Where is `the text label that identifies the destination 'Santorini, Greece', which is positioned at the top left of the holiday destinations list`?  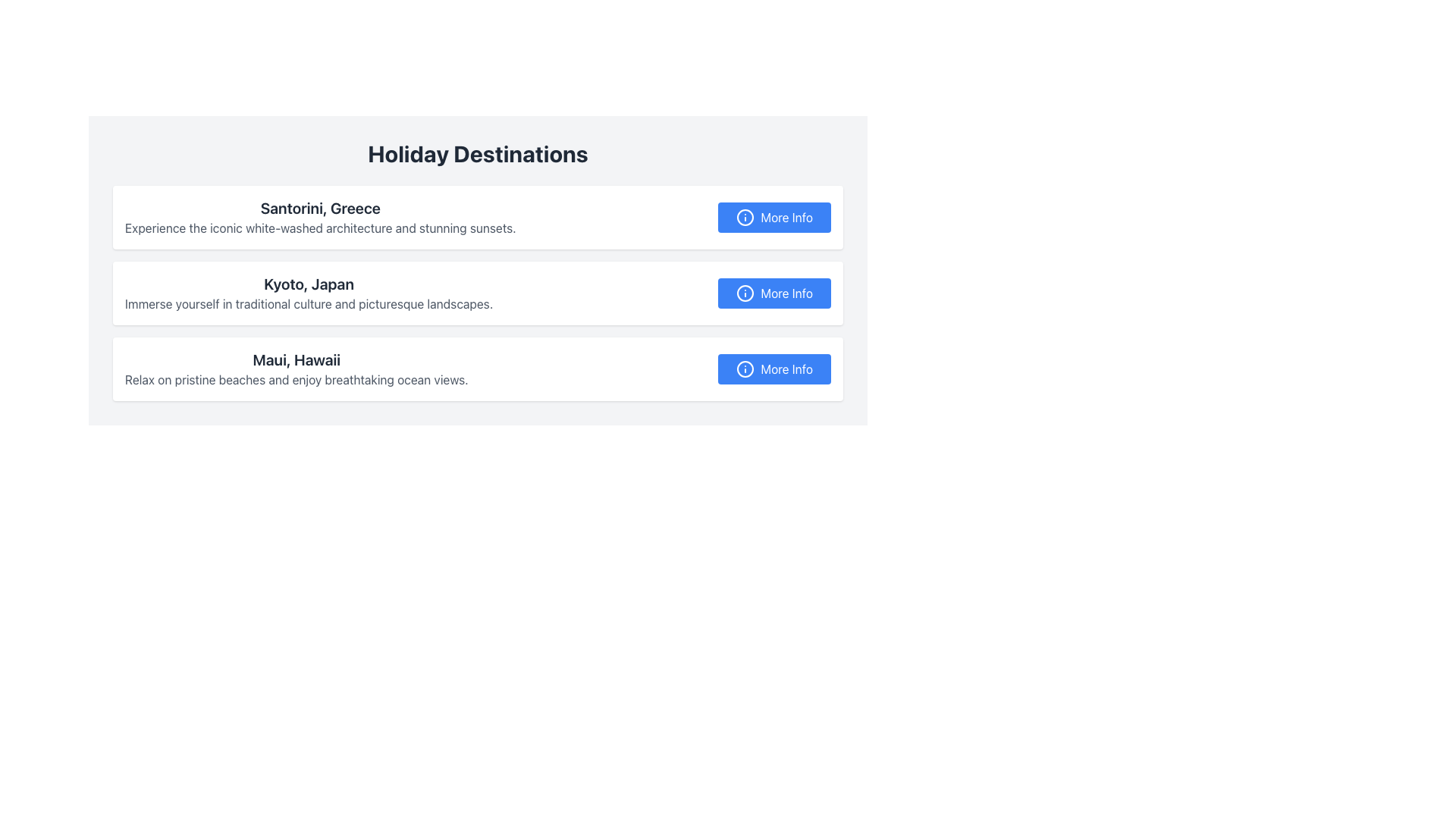 the text label that identifies the destination 'Santorini, Greece', which is positioned at the top left of the holiday destinations list is located at coordinates (319, 208).